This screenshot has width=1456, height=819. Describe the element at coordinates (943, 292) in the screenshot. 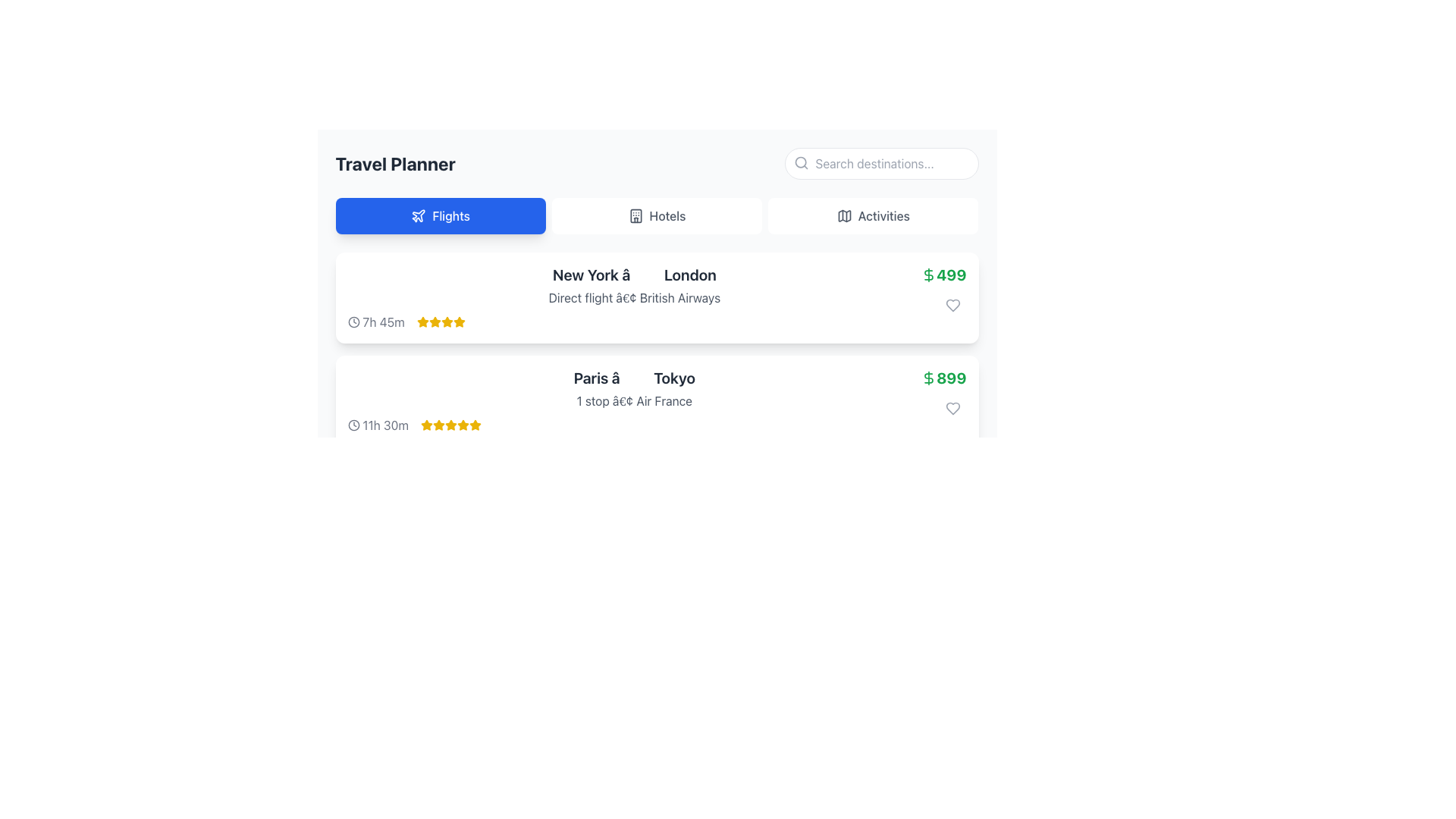

I see `the Text with Icon displaying the flight ticket cost in bold at the top-right corner of the flight card from New York to London` at that location.